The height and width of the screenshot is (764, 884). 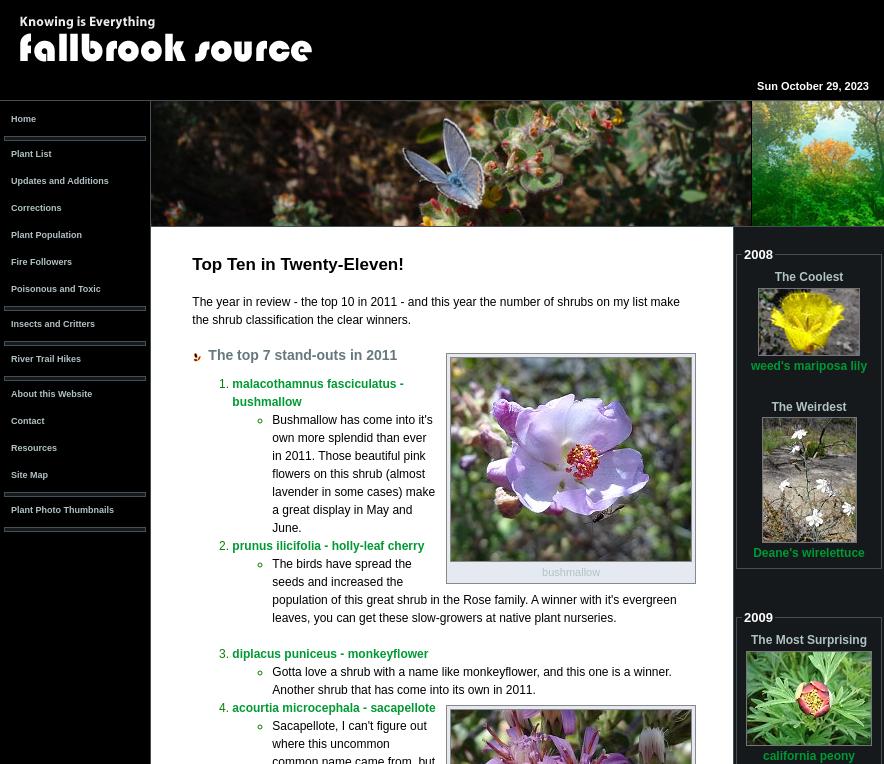 What do you see at coordinates (23, 118) in the screenshot?
I see `'Home'` at bounding box center [23, 118].